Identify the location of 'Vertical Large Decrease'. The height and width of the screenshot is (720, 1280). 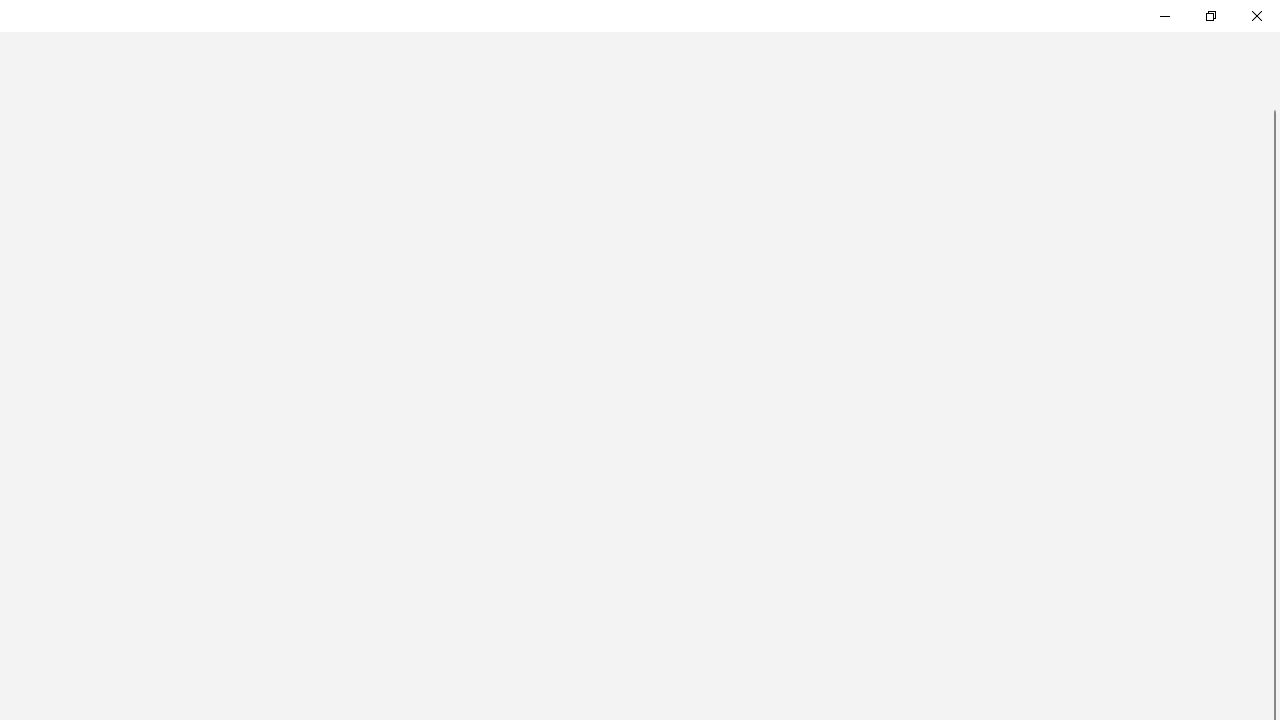
(1271, 100).